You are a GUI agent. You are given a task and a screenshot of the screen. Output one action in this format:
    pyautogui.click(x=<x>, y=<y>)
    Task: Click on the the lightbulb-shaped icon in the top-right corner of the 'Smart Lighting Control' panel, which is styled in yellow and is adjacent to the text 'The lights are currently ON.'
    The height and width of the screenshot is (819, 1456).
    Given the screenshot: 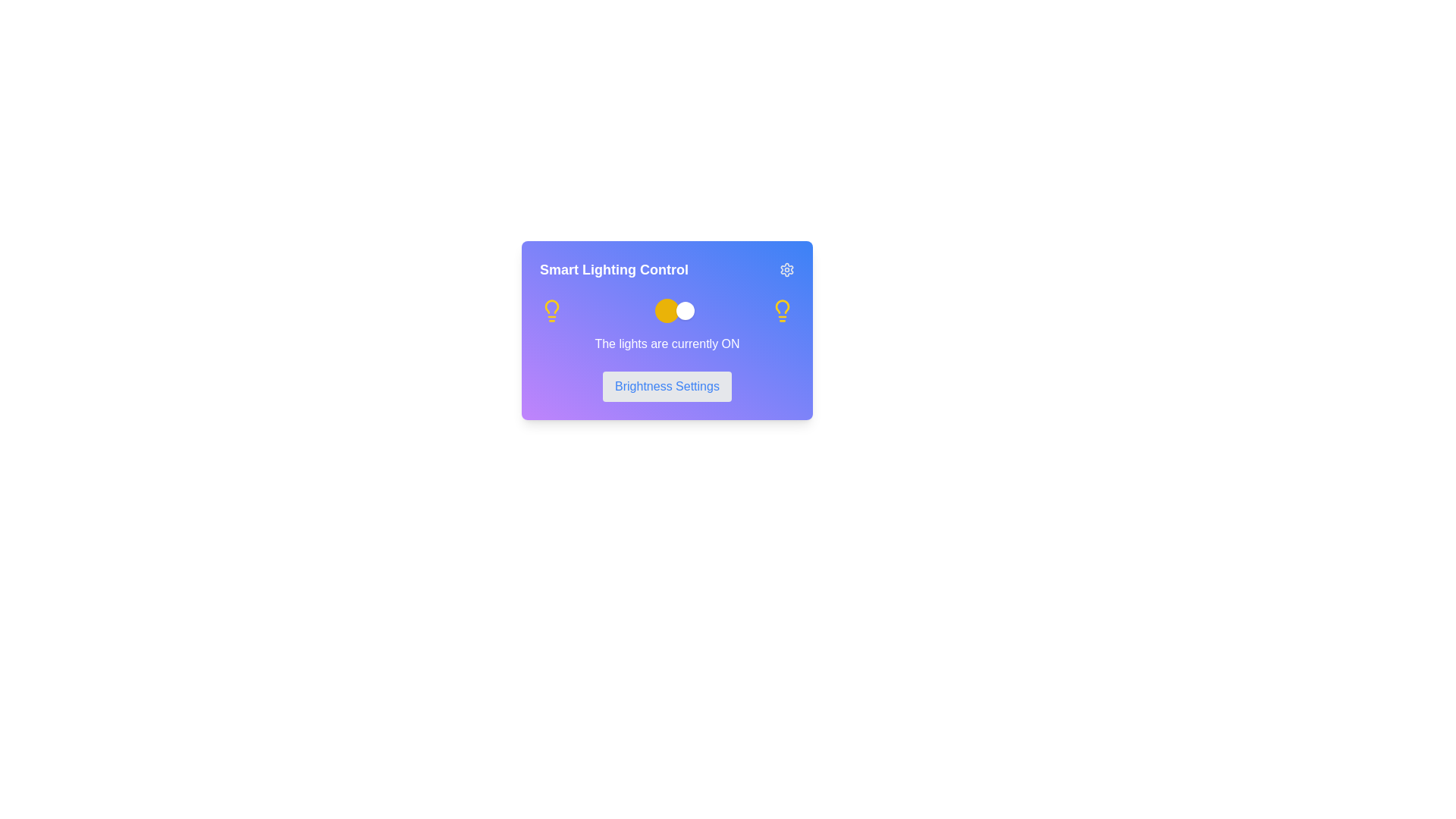 What is the action you would take?
    pyautogui.click(x=783, y=309)
    